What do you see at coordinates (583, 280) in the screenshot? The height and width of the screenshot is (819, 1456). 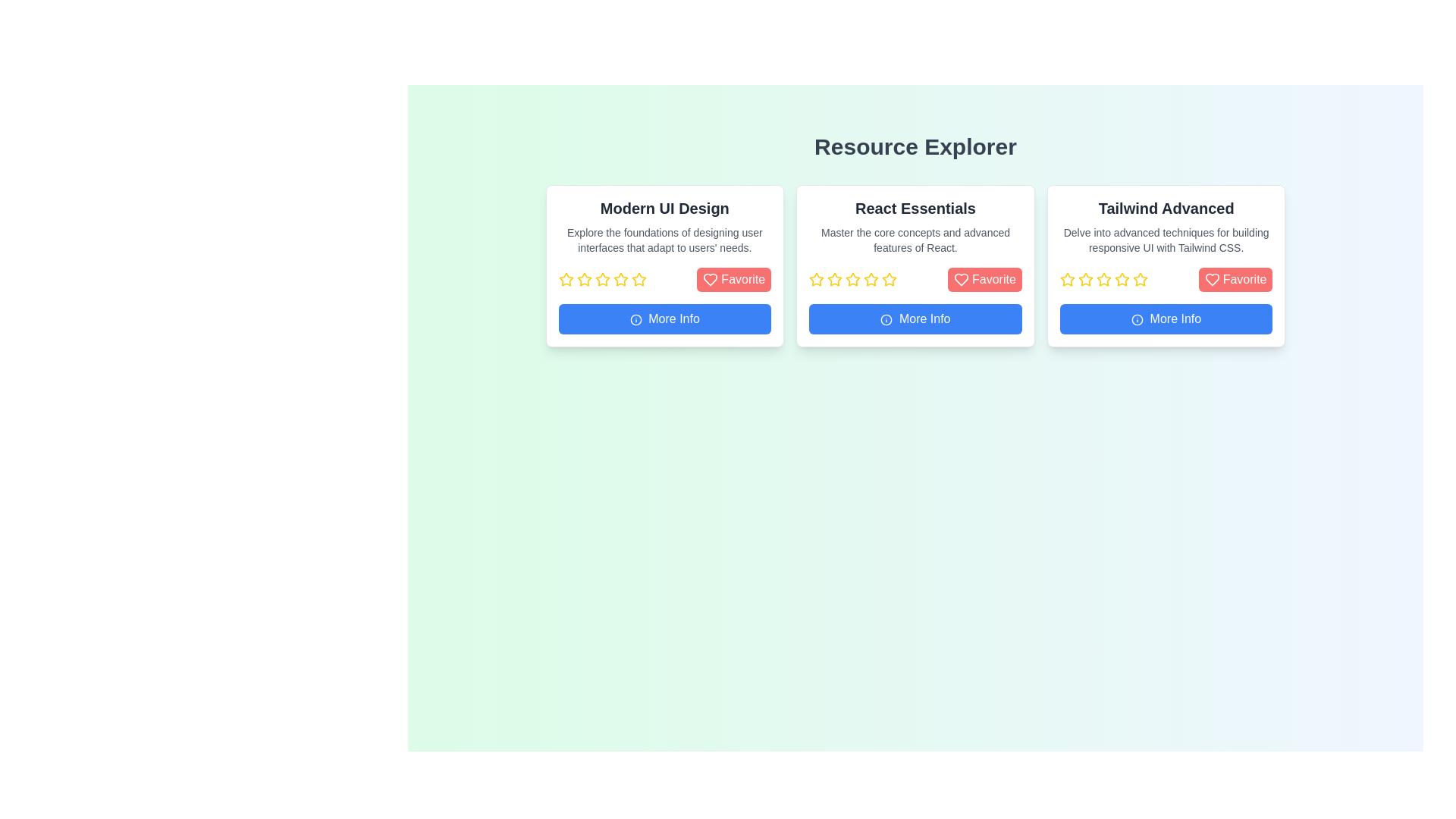 I see `the third star icon in the rating component under the 'Modern UI Design' card to rate the item` at bounding box center [583, 280].